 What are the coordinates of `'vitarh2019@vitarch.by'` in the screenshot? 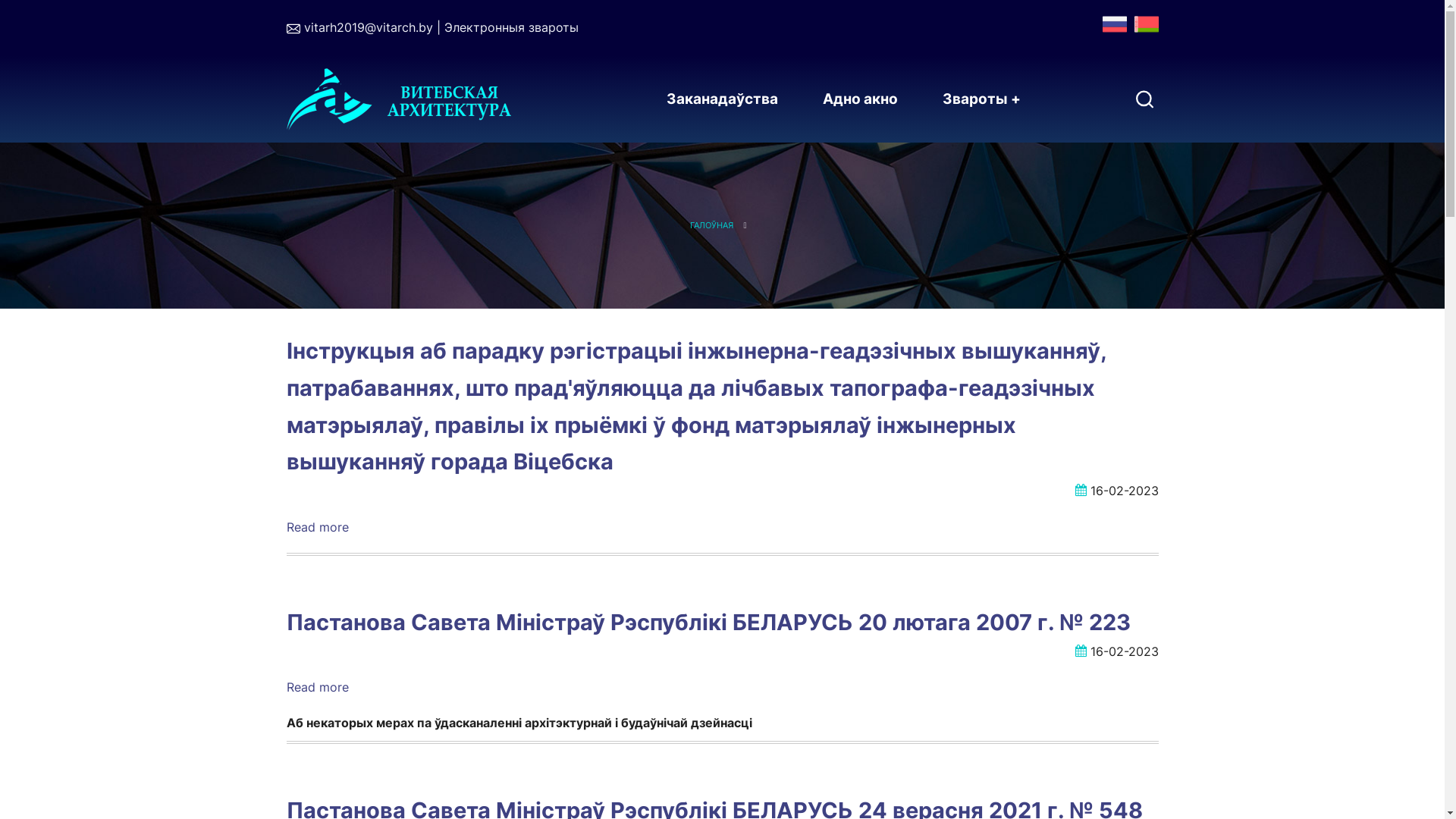 It's located at (367, 27).